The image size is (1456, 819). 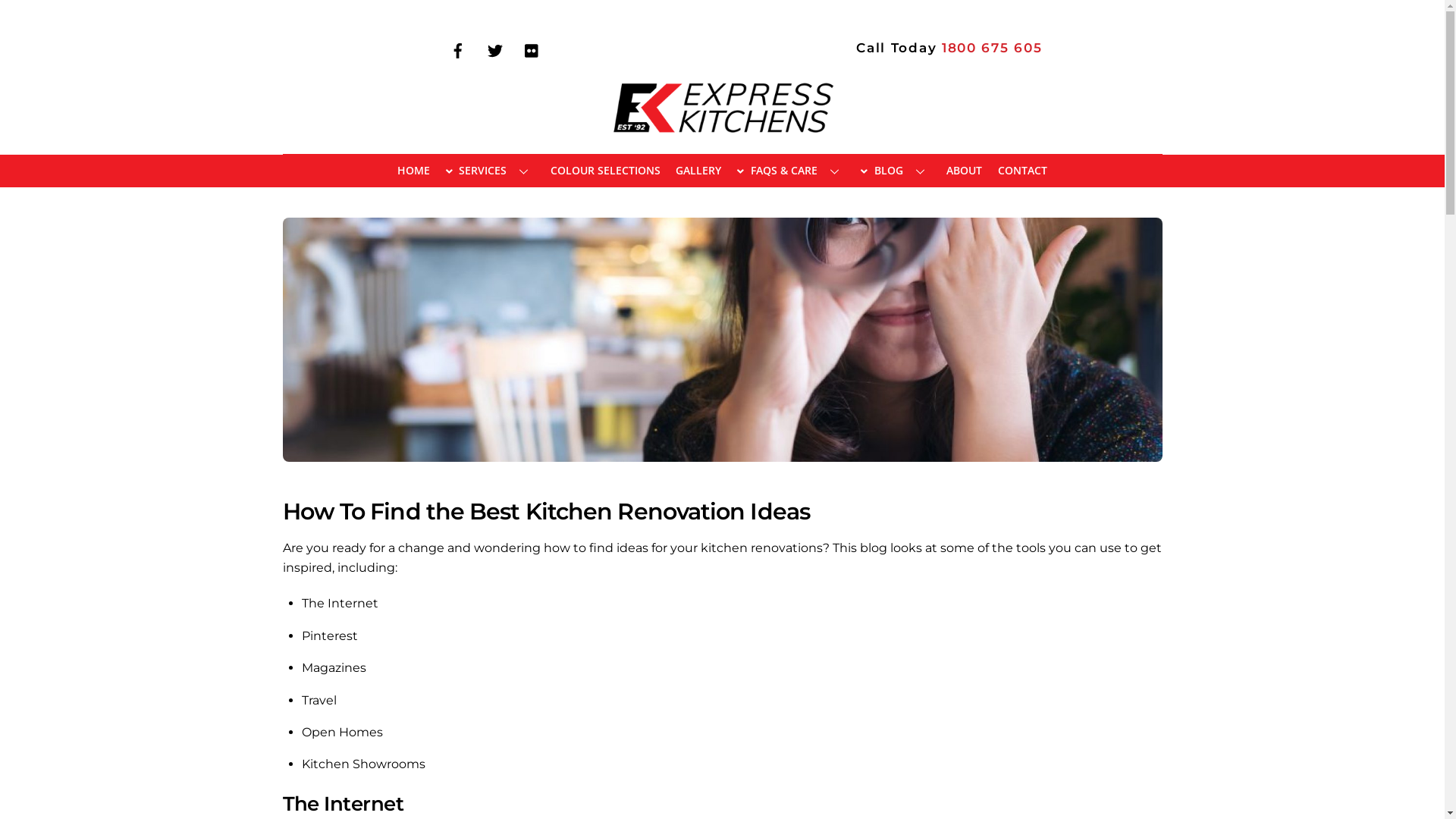 What do you see at coordinates (964, 170) in the screenshot?
I see `'ABOUT'` at bounding box center [964, 170].